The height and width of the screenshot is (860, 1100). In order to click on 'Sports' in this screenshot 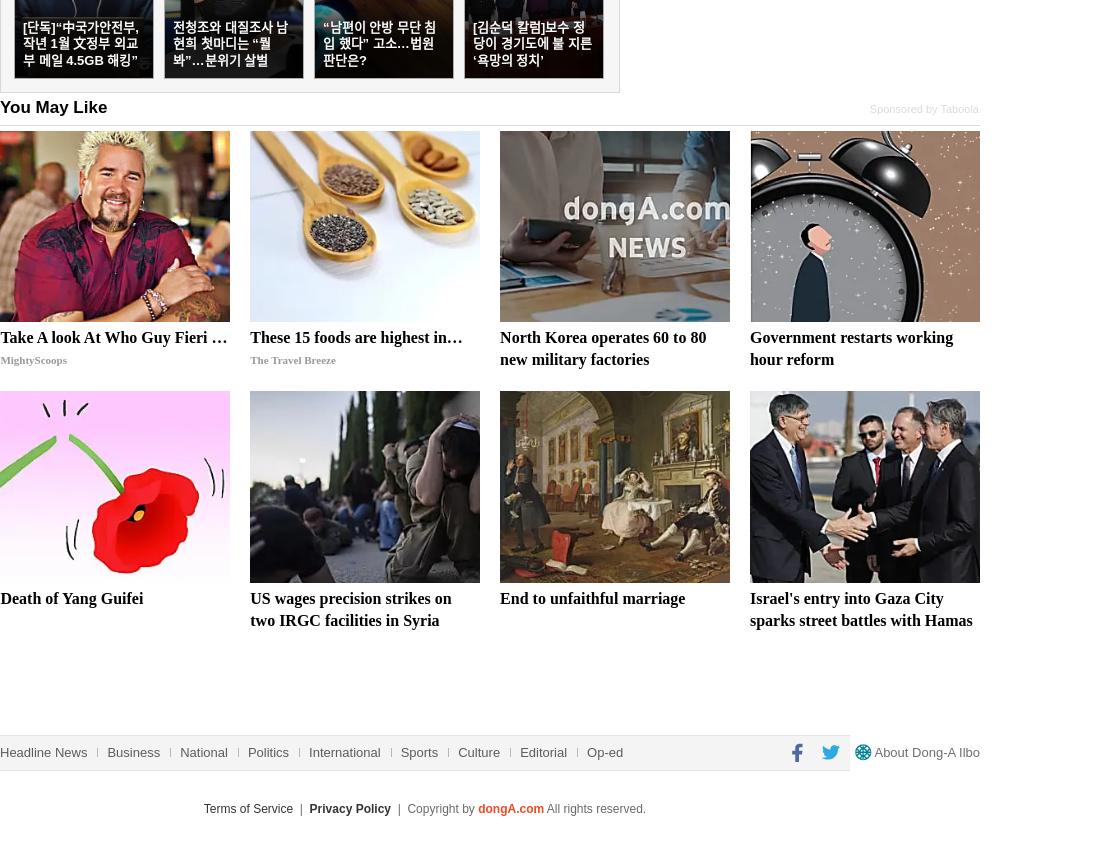, I will do `click(399, 750)`.